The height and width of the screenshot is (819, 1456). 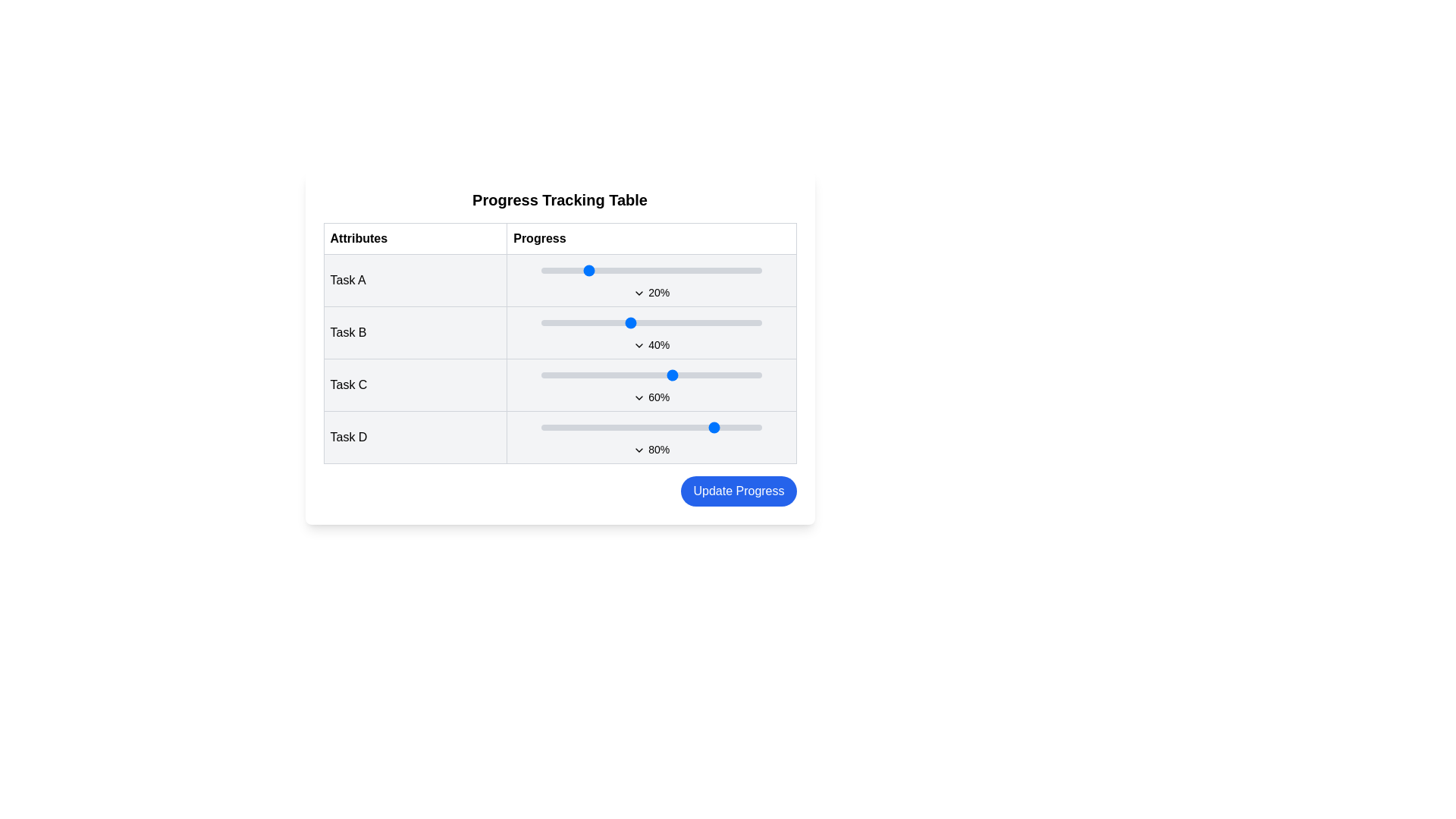 What do you see at coordinates (706, 375) in the screenshot?
I see `the progress level` at bounding box center [706, 375].